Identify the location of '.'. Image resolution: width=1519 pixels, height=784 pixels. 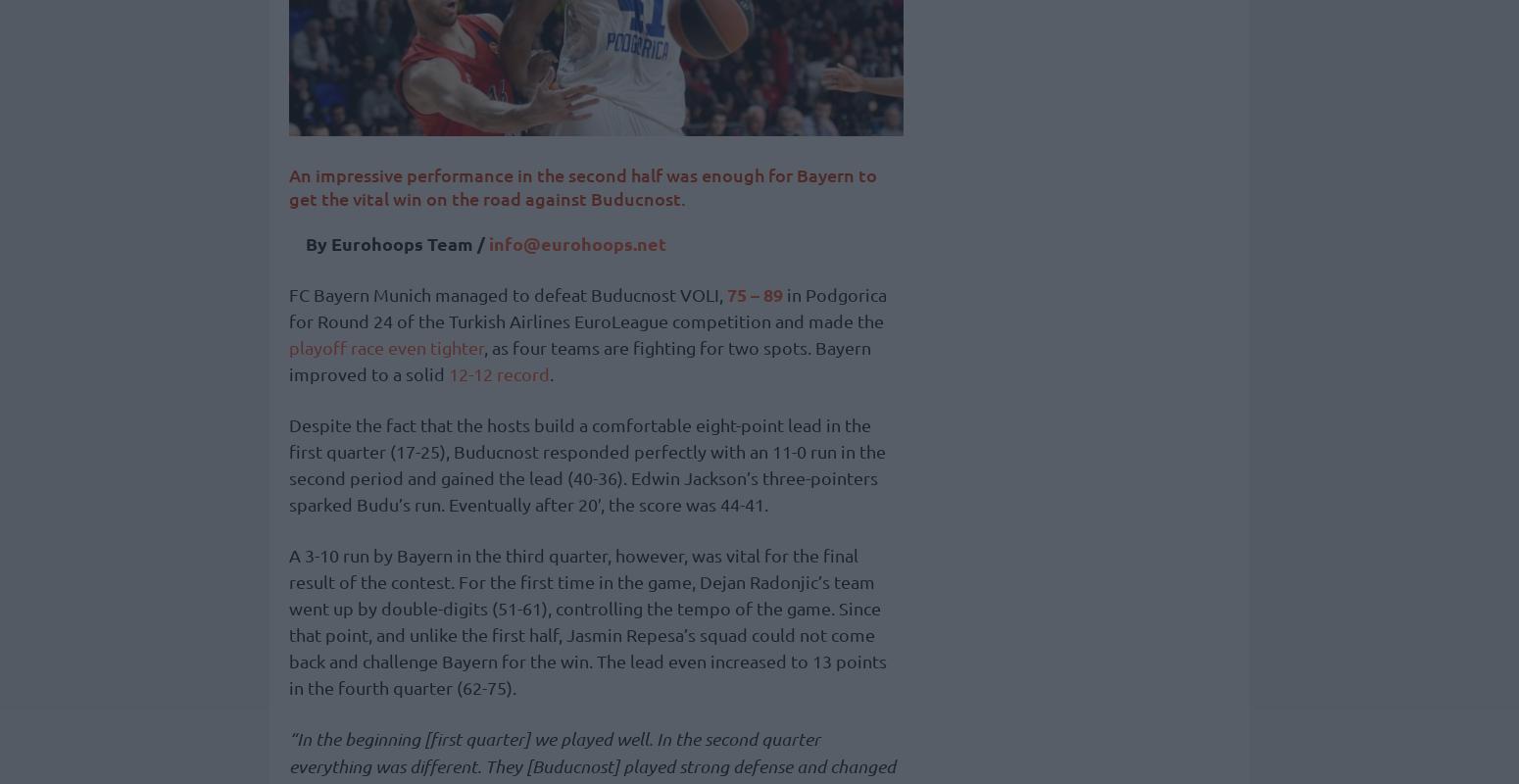
(551, 372).